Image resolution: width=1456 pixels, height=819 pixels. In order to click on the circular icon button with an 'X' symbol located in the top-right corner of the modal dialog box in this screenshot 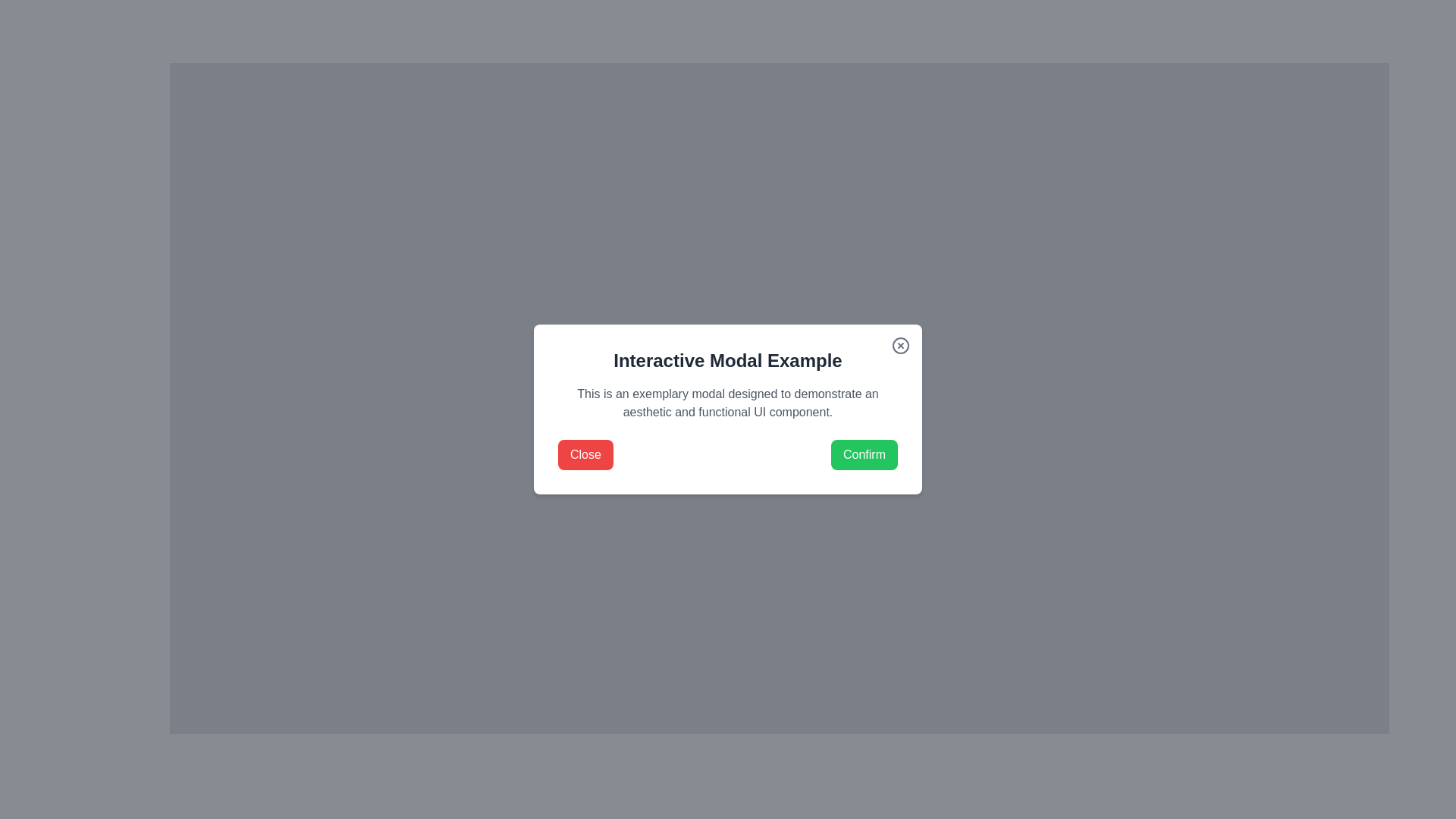, I will do `click(901, 345)`.